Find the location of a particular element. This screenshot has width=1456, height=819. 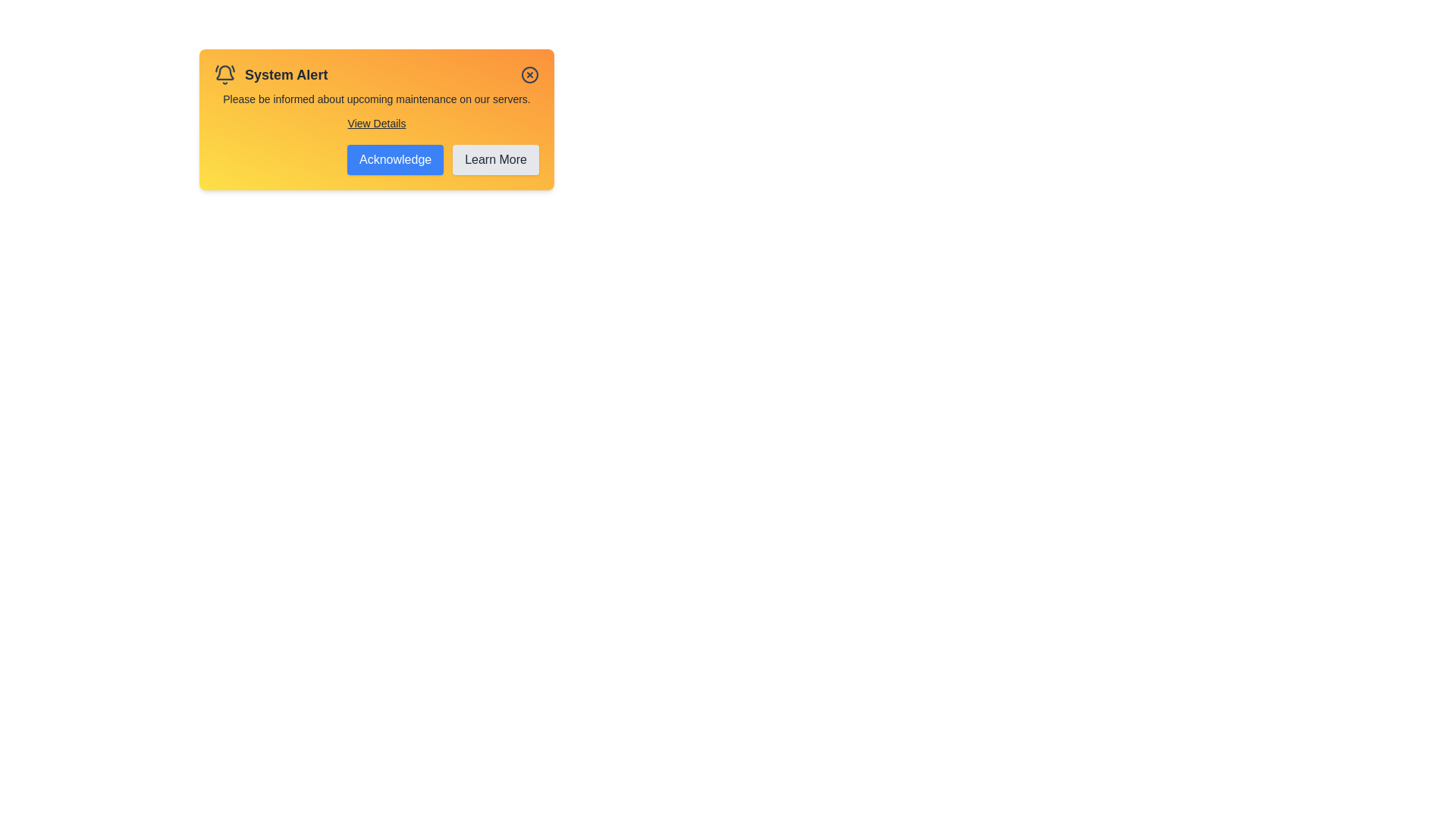

the 'Acknowledge' button to acknowledge the alert is located at coordinates (395, 160).